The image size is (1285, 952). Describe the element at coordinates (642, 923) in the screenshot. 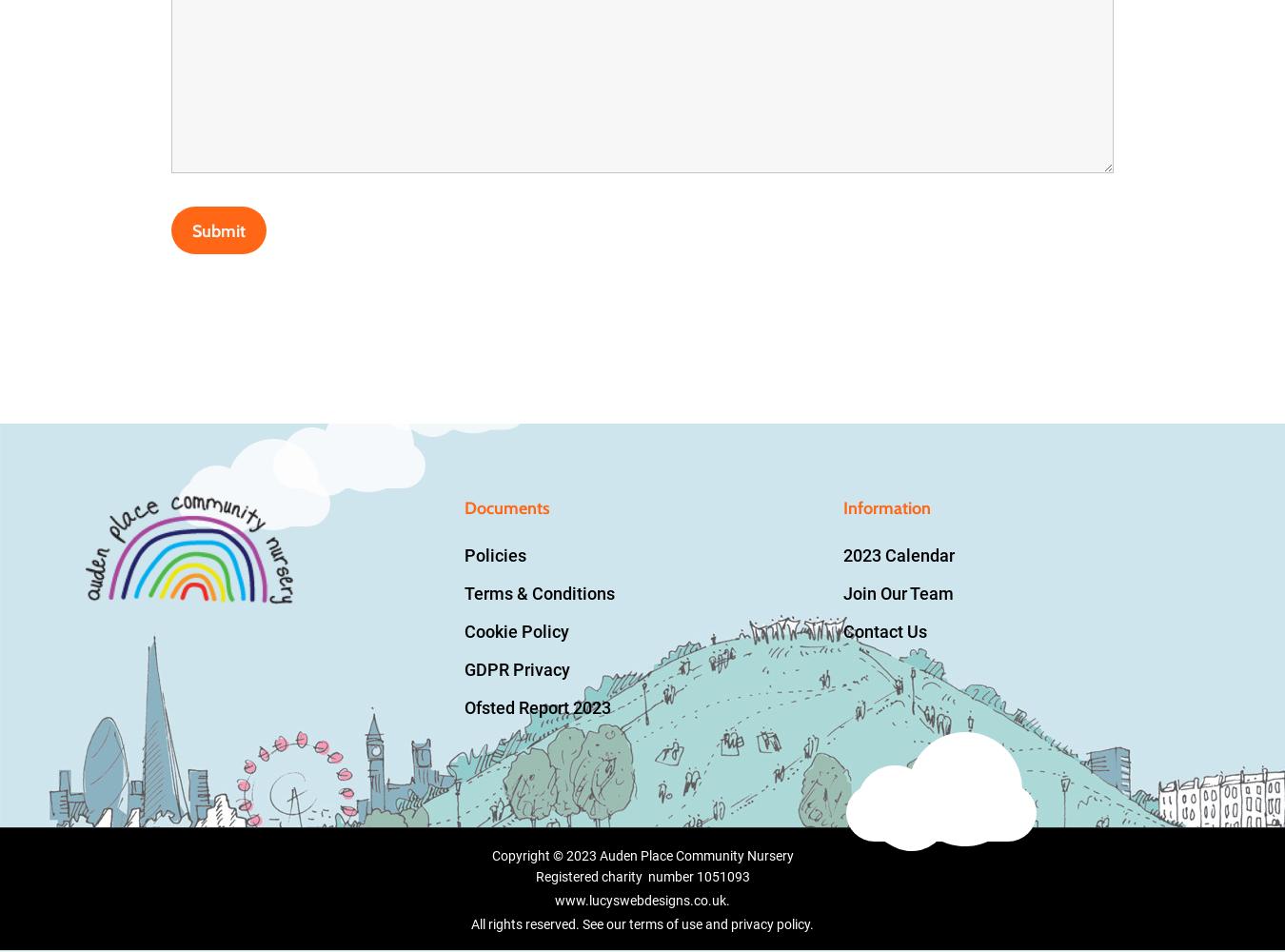

I see `'All rights reserved. See our terms of use and privacy policy.'` at that location.